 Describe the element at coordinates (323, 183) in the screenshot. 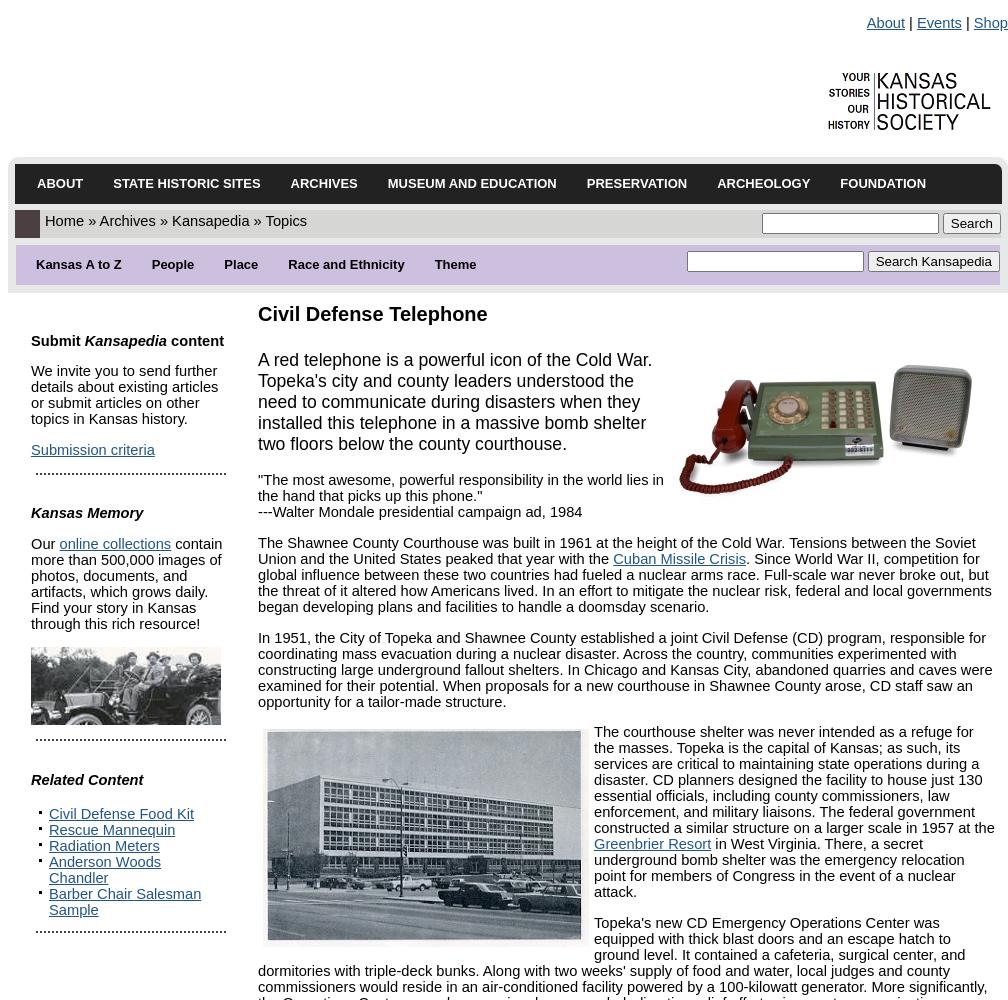

I see `'ARCHIVES'` at that location.